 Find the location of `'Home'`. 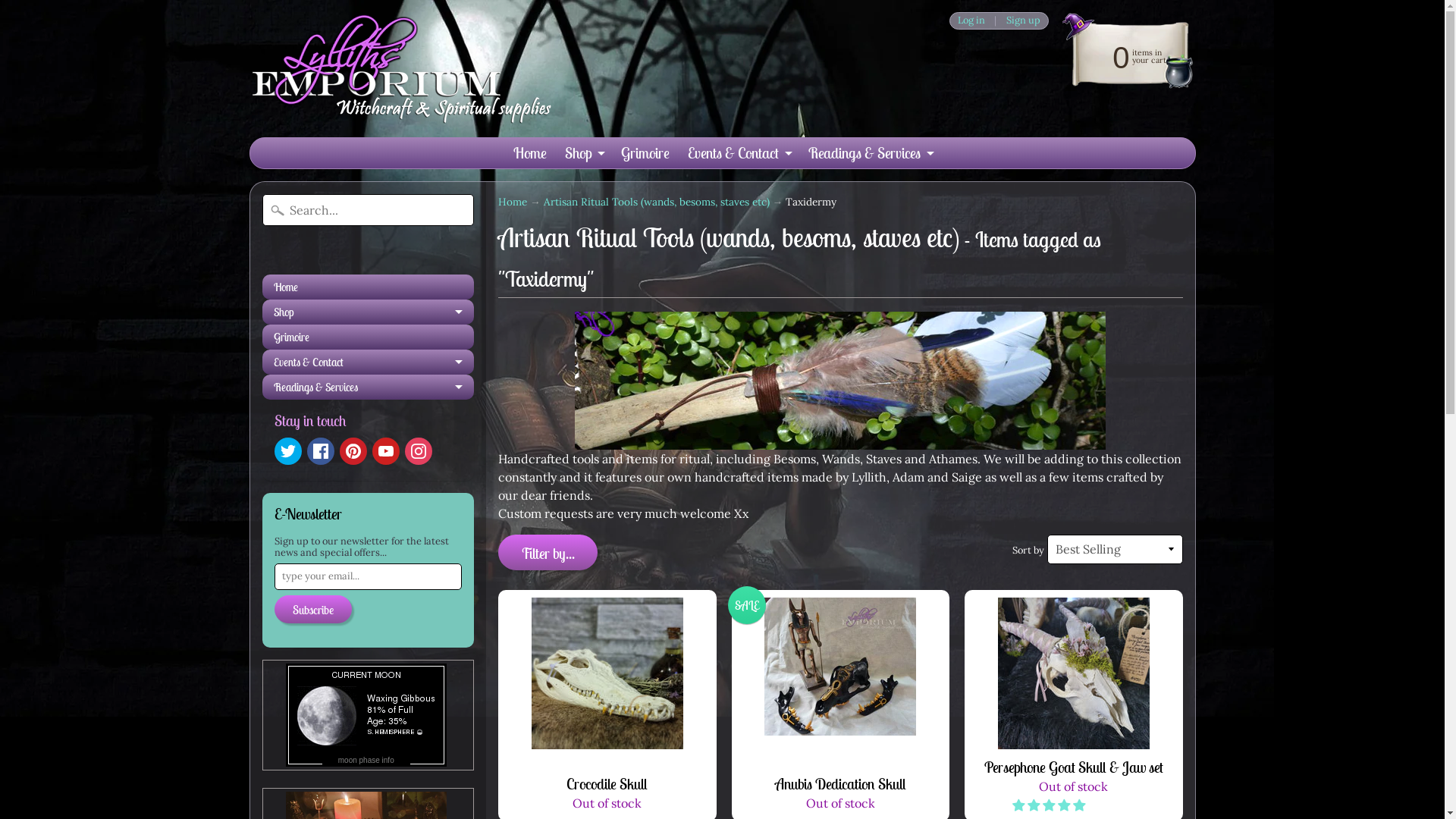

'Home' is located at coordinates (529, 152).